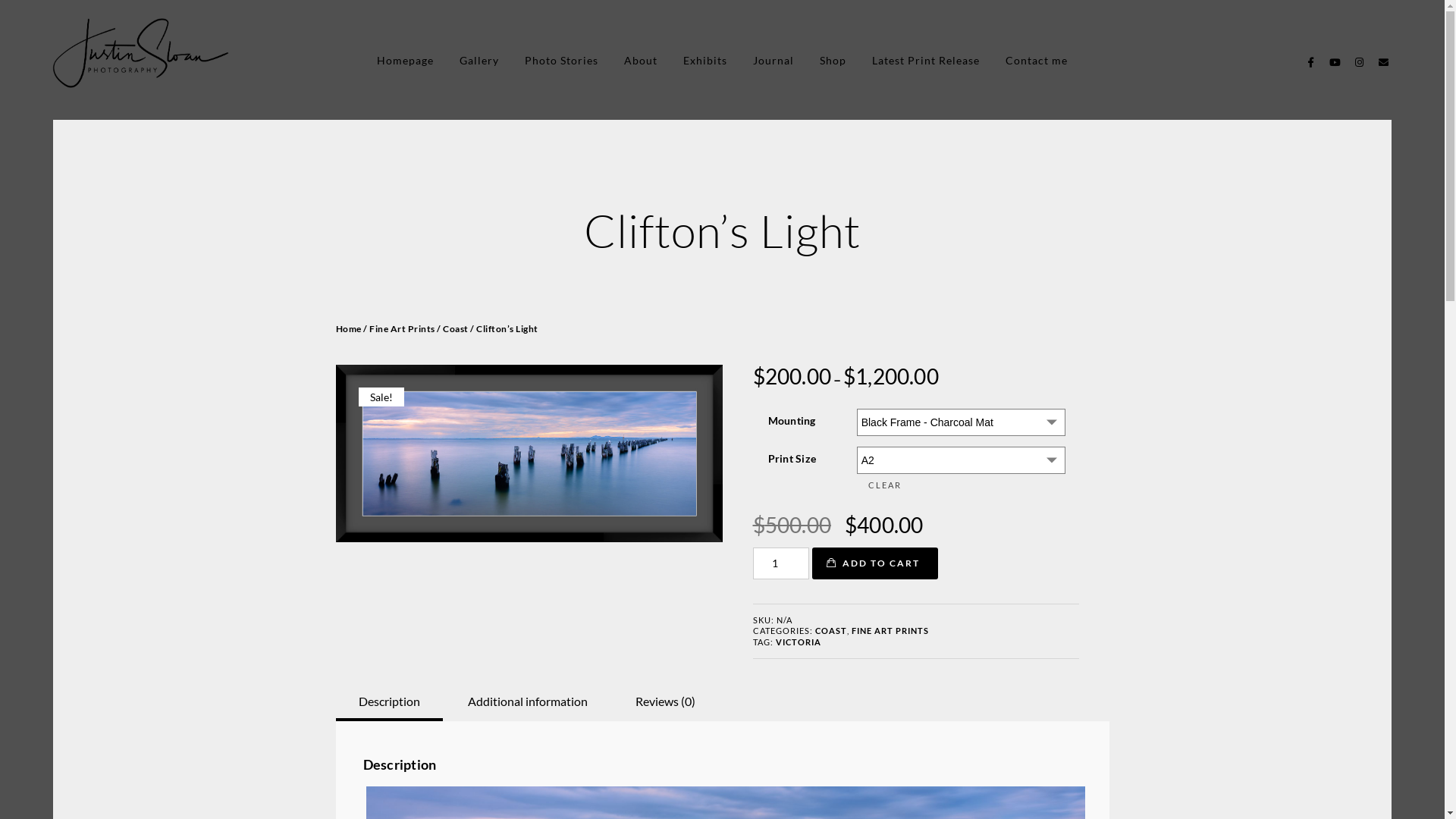 The width and height of the screenshot is (1456, 819). Describe the element at coordinates (959, 485) in the screenshot. I see `'CLEAR'` at that location.